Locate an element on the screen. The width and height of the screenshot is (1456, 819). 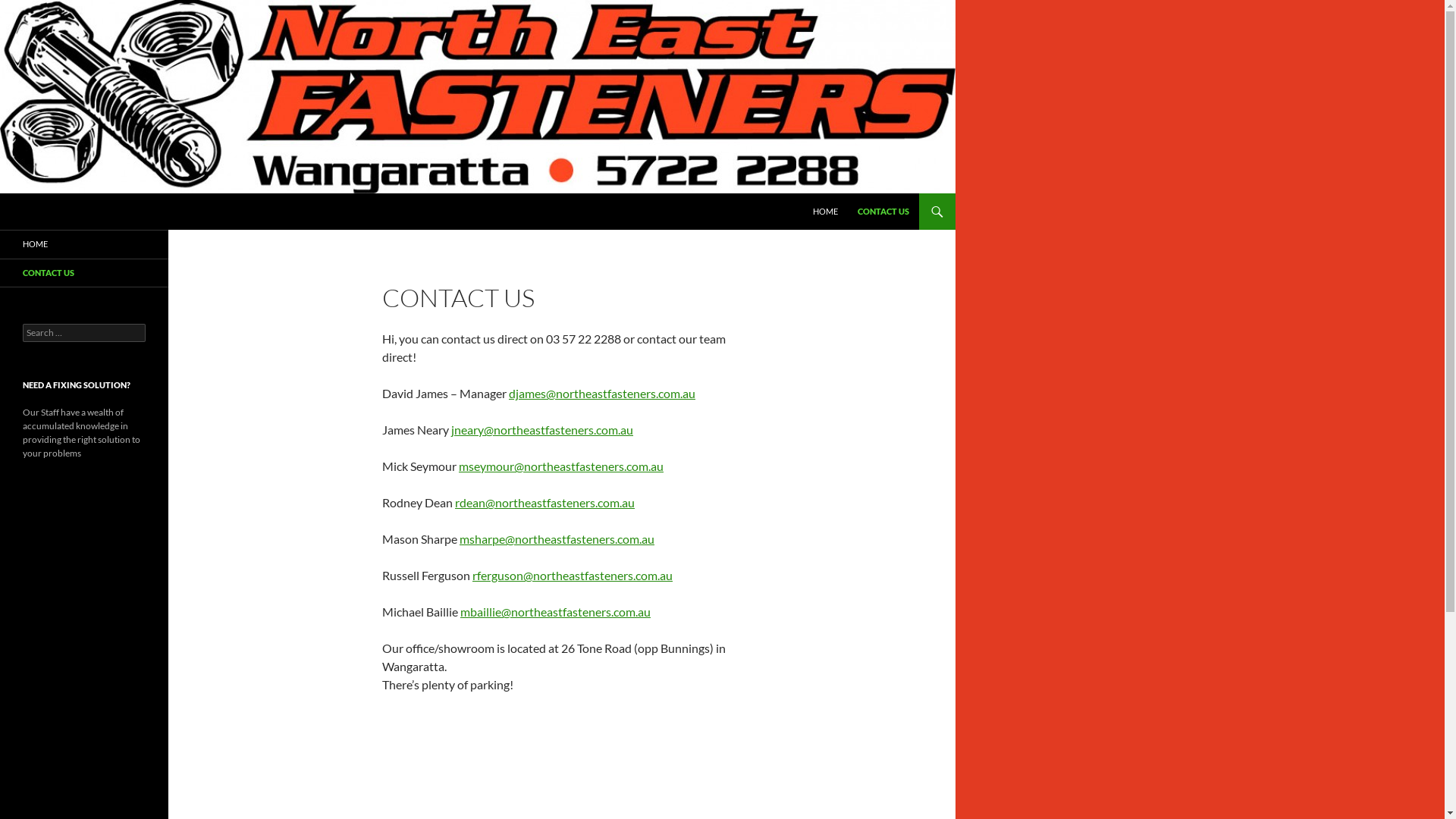
'Search' is located at coordinates (29, 8).